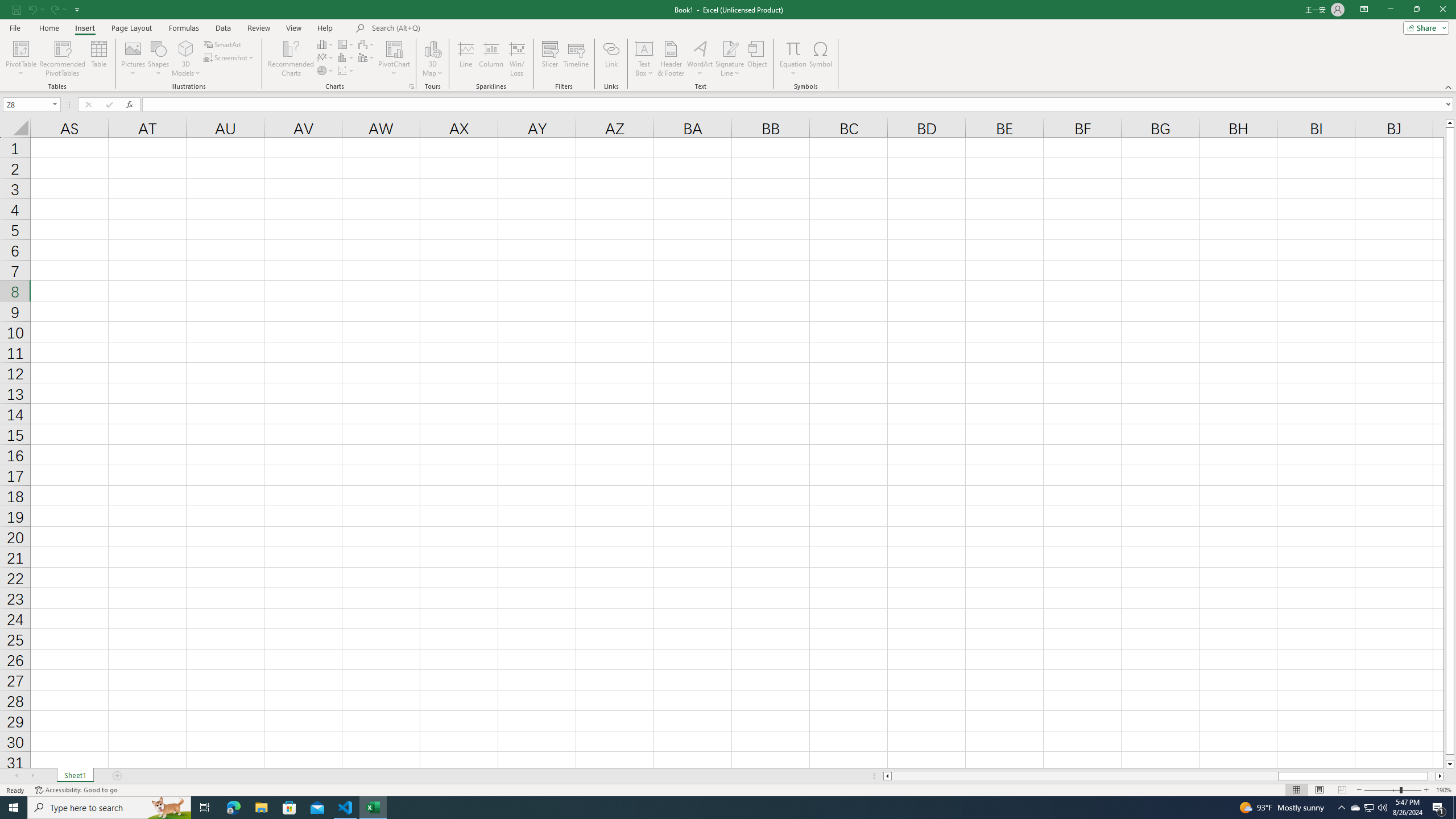 This screenshot has height=819, width=1456. I want to click on 'Draw Horizontal Text Box', so click(644, 48).